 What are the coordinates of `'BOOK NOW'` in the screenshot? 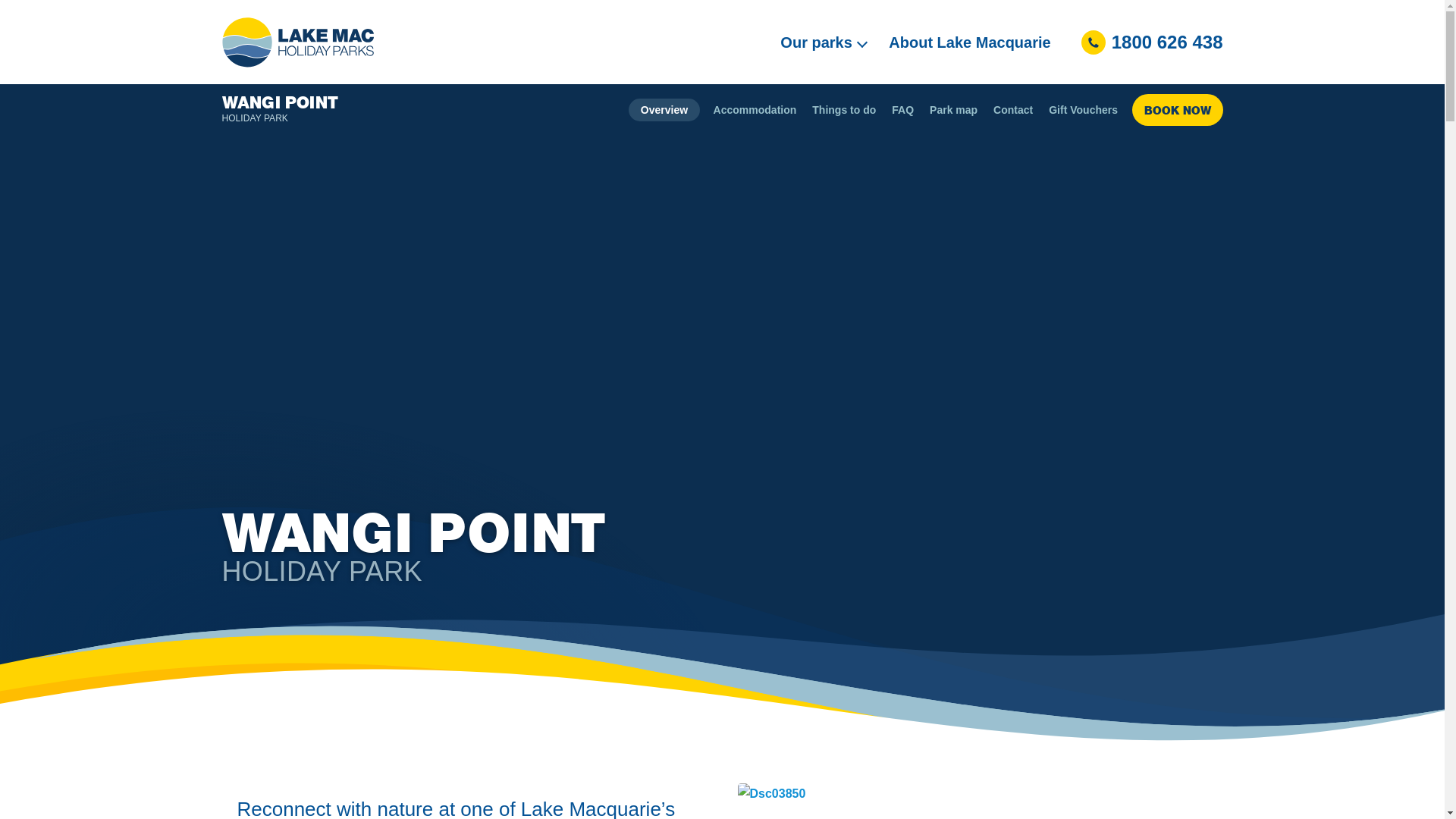 It's located at (1175, 108).